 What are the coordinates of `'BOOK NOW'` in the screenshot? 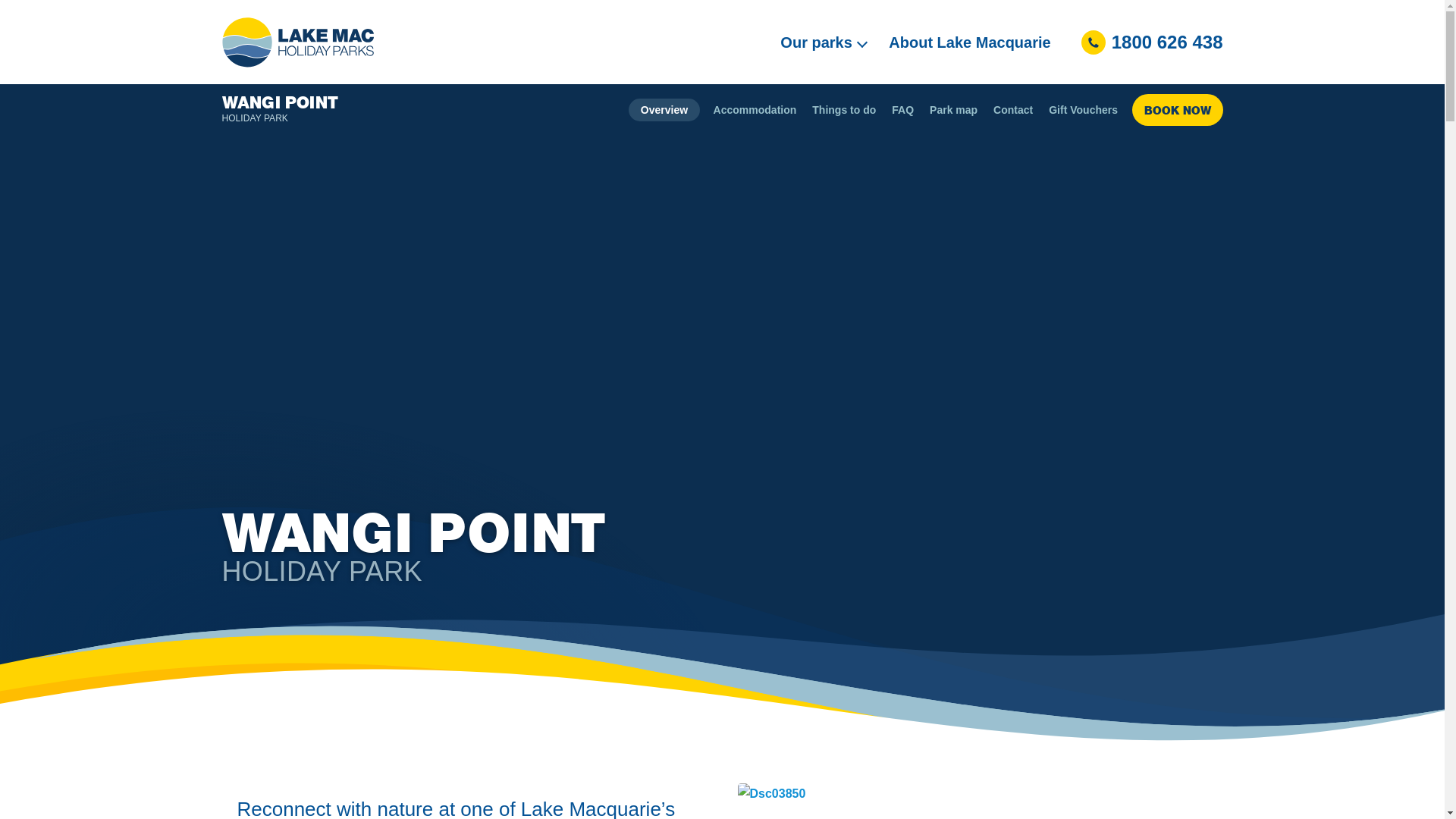 It's located at (1175, 108).